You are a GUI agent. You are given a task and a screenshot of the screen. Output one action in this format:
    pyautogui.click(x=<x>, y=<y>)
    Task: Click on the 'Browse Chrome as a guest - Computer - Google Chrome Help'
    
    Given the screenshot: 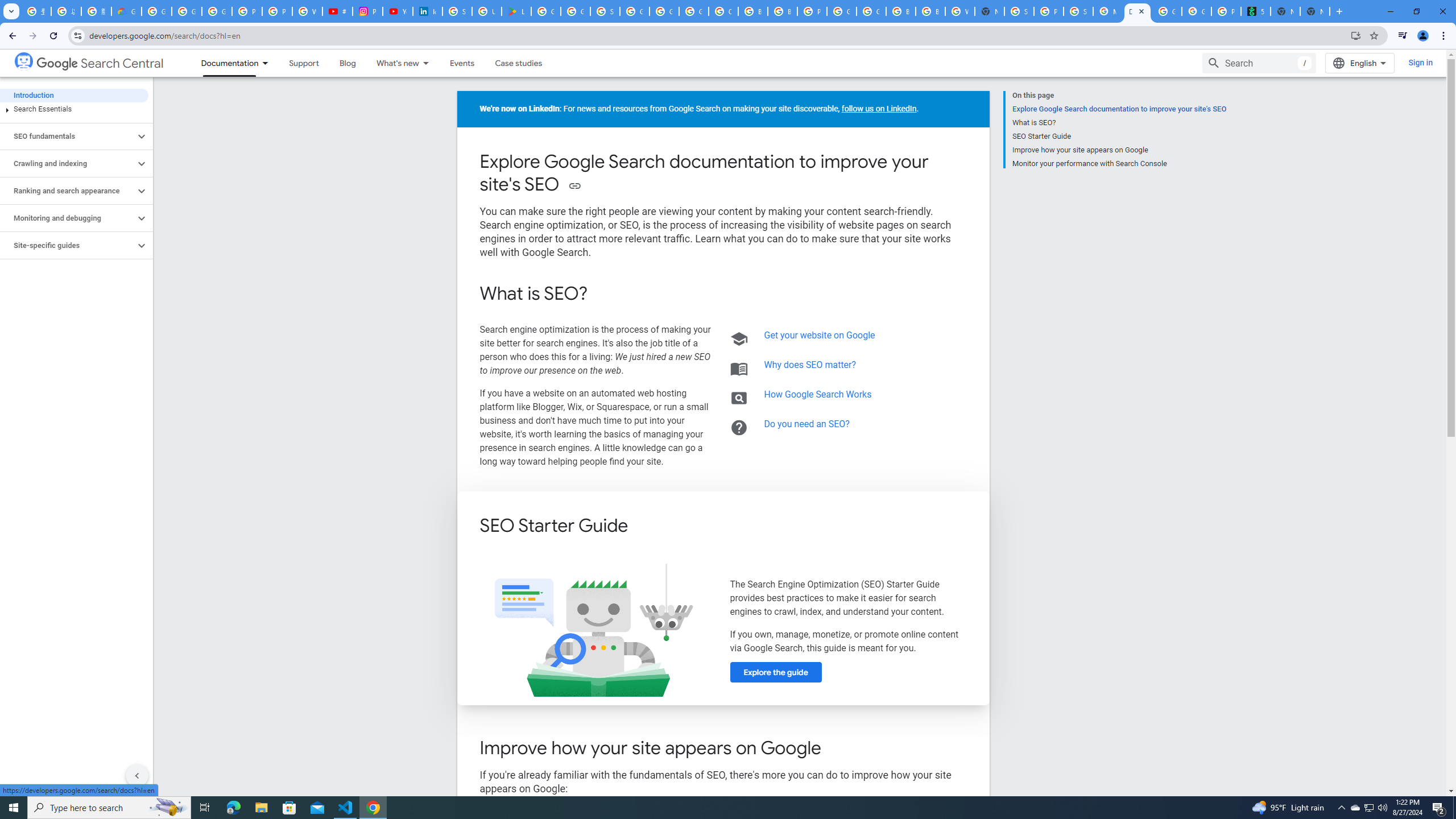 What is the action you would take?
    pyautogui.click(x=900, y=11)
    